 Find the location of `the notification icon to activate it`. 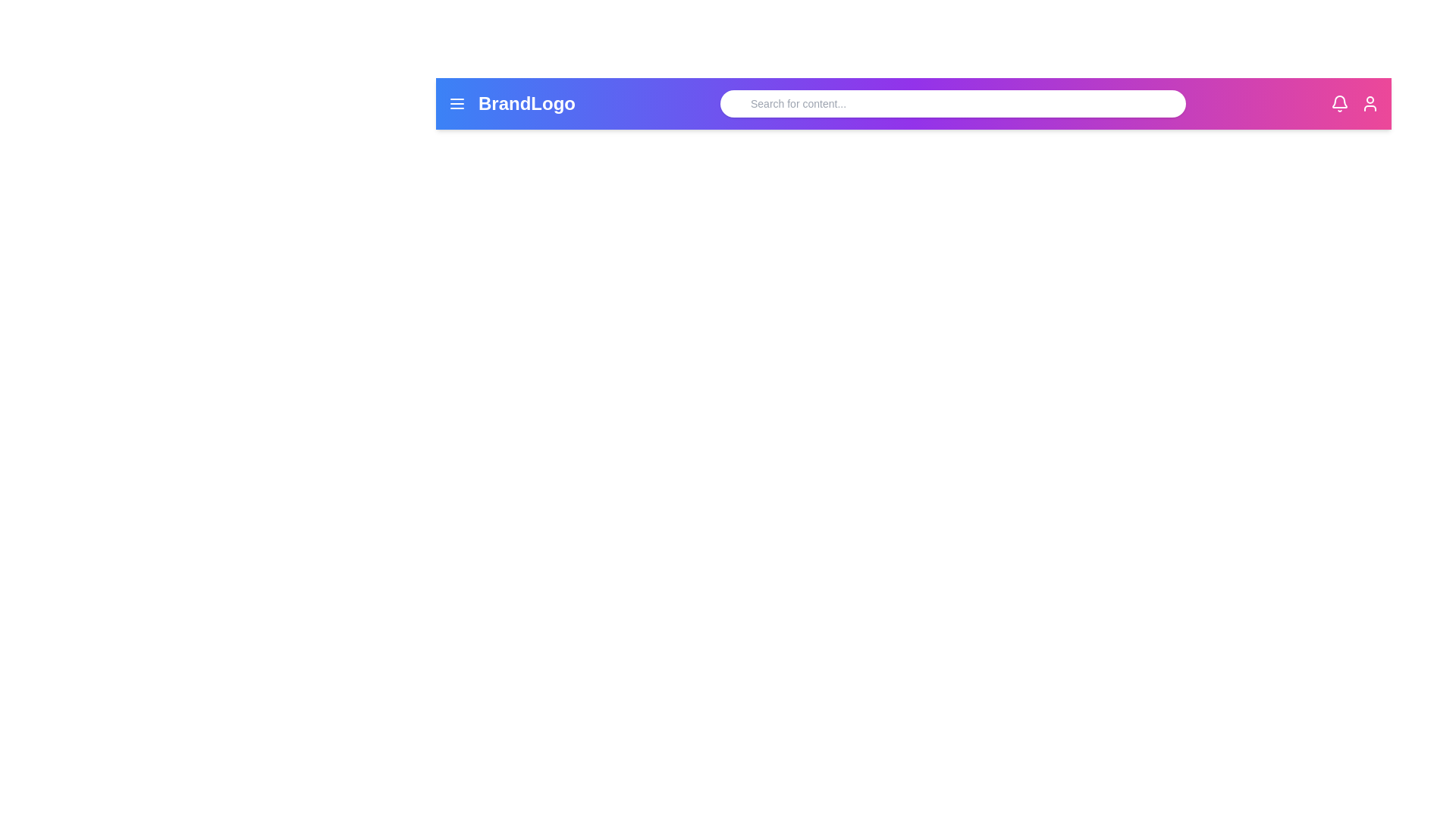

the notification icon to activate it is located at coordinates (1339, 103).